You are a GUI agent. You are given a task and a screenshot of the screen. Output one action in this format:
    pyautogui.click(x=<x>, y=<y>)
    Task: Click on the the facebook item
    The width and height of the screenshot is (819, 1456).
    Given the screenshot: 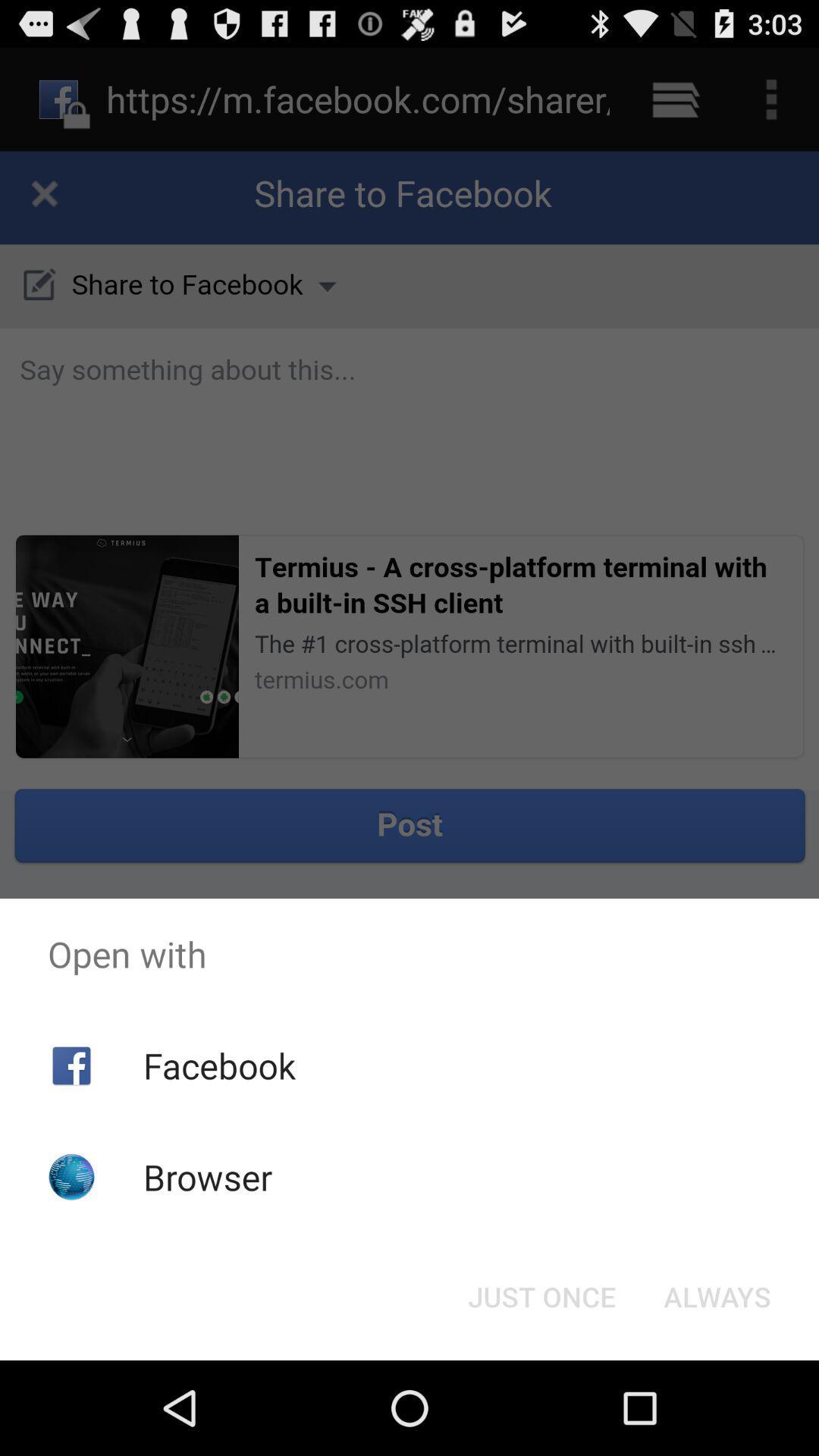 What is the action you would take?
    pyautogui.click(x=219, y=1065)
    